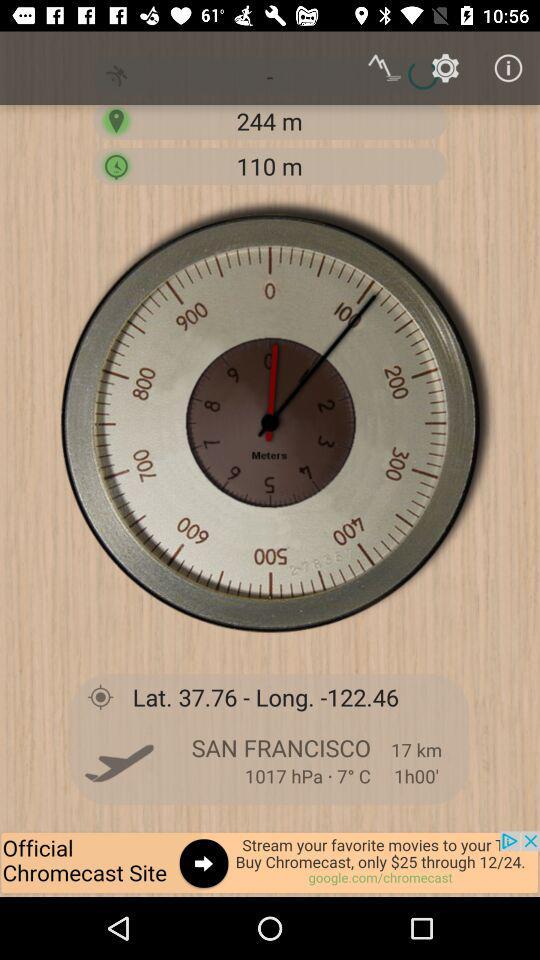 This screenshot has height=960, width=540. What do you see at coordinates (116, 164) in the screenshot?
I see `cubic meter` at bounding box center [116, 164].